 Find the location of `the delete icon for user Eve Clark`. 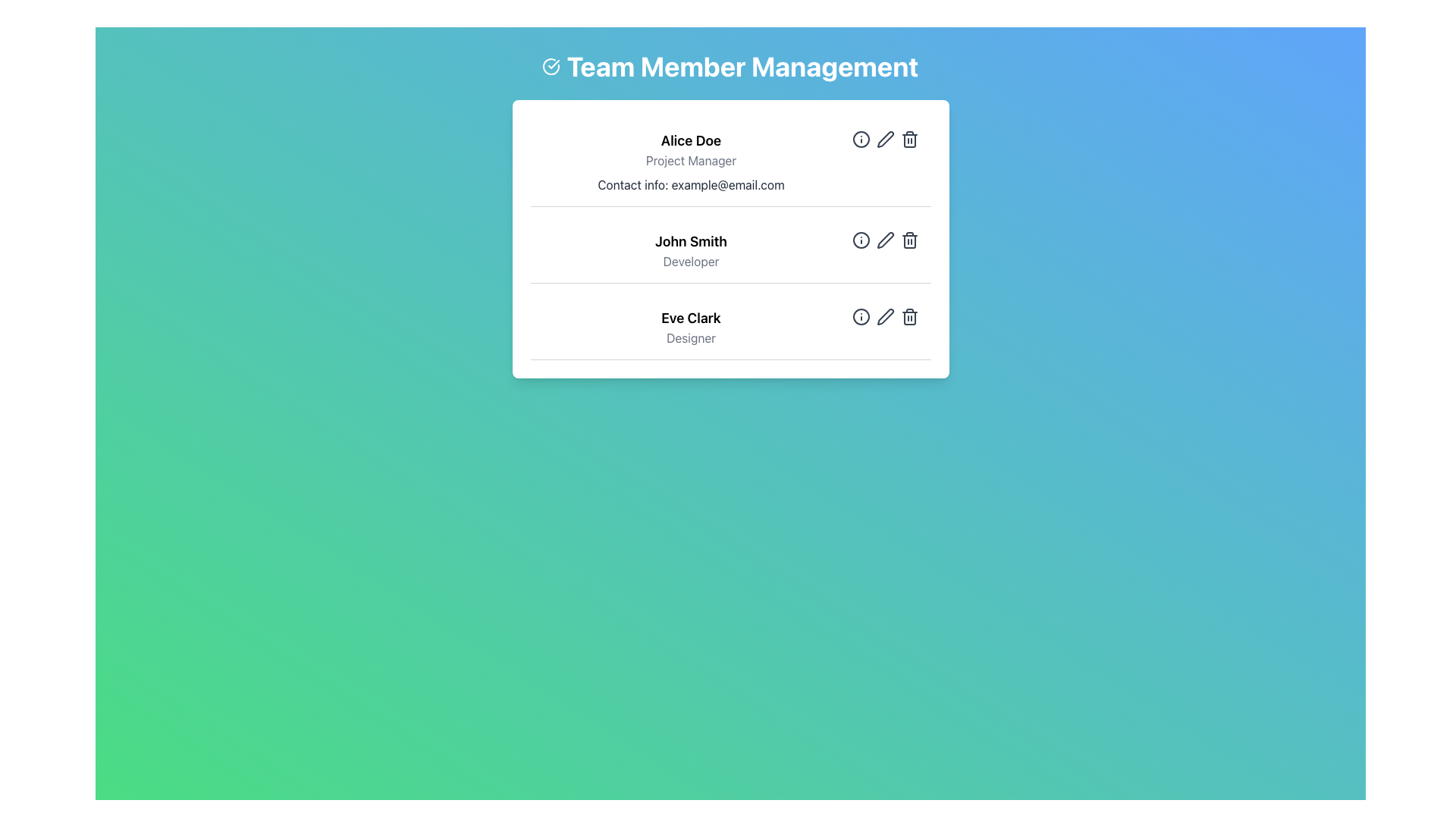

the delete icon for user Eve Clark is located at coordinates (909, 318).